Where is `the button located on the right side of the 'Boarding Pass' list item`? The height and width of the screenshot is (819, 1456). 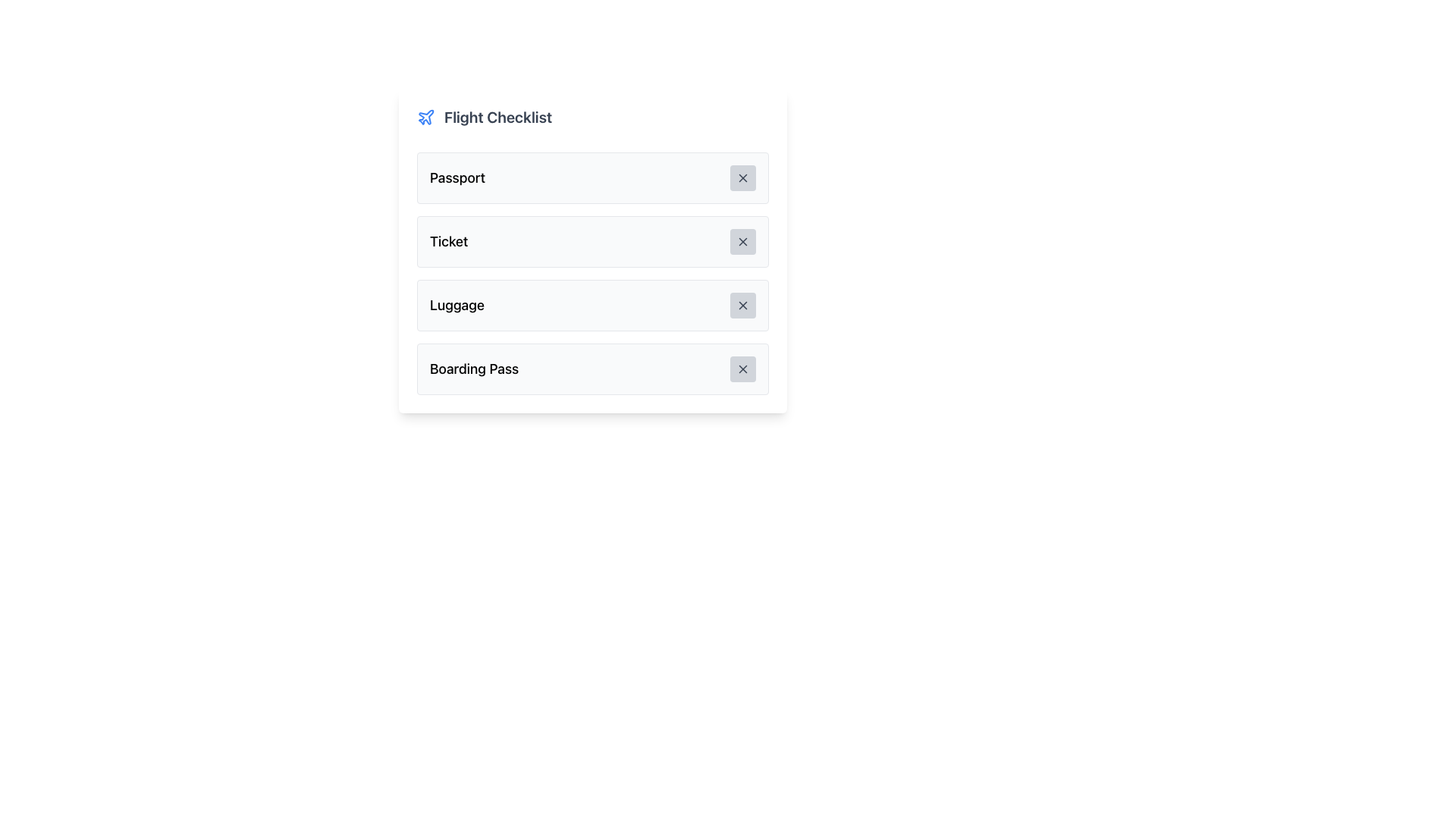
the button located on the right side of the 'Boarding Pass' list item is located at coordinates (742, 369).